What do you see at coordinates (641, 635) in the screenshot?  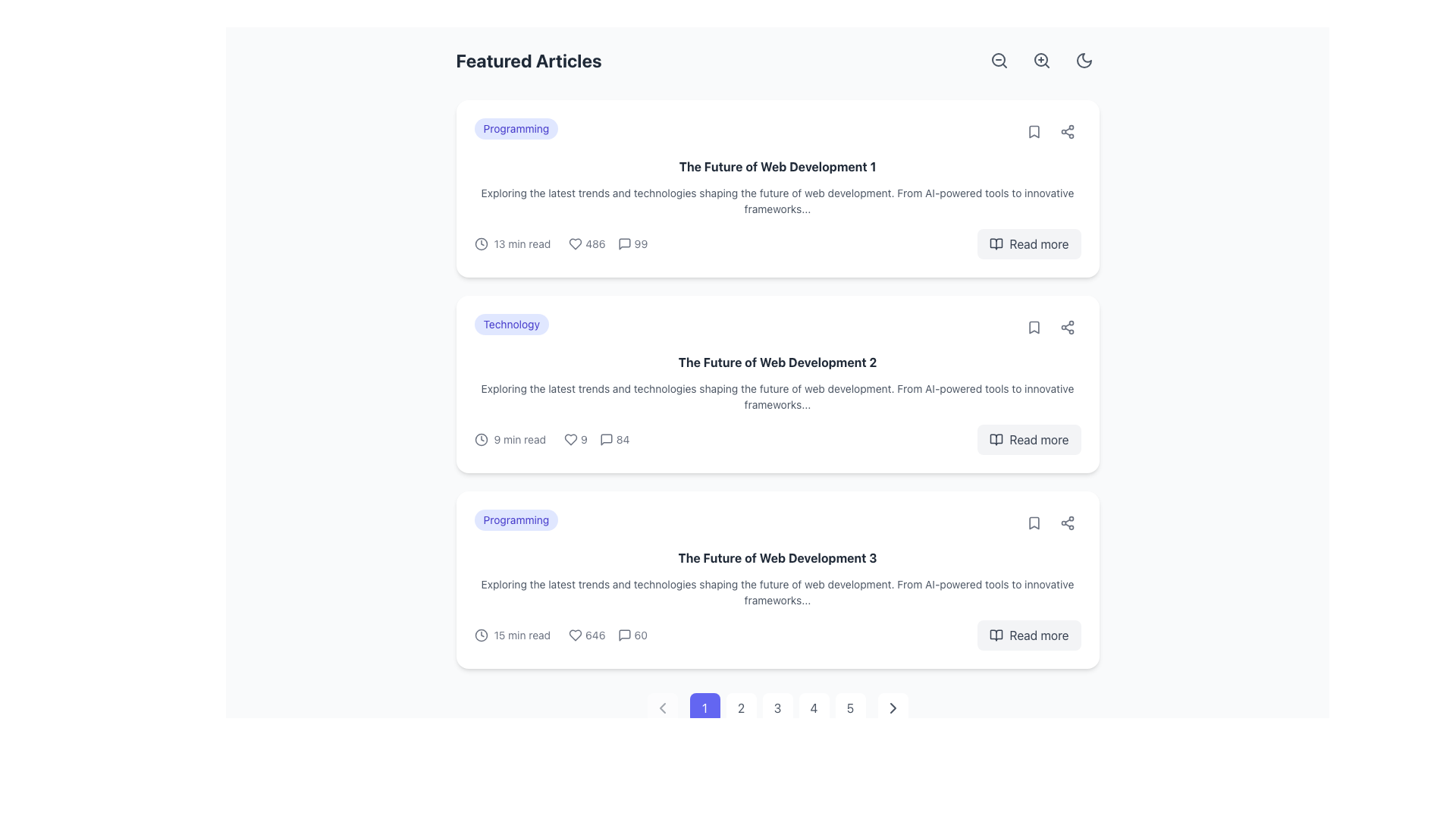 I see `the Text label indicating a numeric value located in the third article card, which is positioned below the main content and title of the article` at bounding box center [641, 635].